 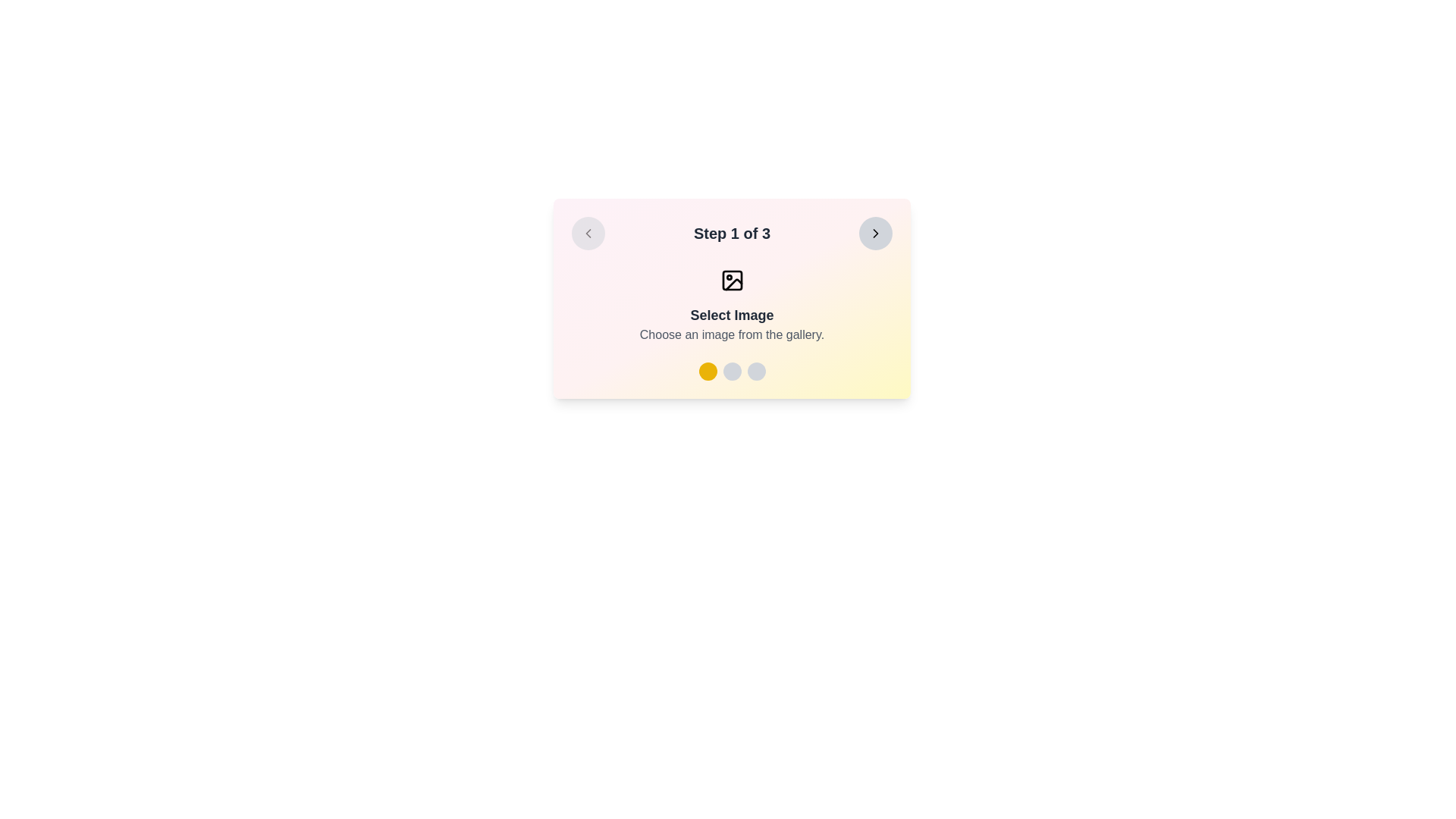 What do you see at coordinates (732, 281) in the screenshot?
I see `the image placeholder icon, which is a vector graphic with a rounded rectangular frame and a decorative gradient background, located at the top-center of the card titled 'Step 1 of 3'` at bounding box center [732, 281].